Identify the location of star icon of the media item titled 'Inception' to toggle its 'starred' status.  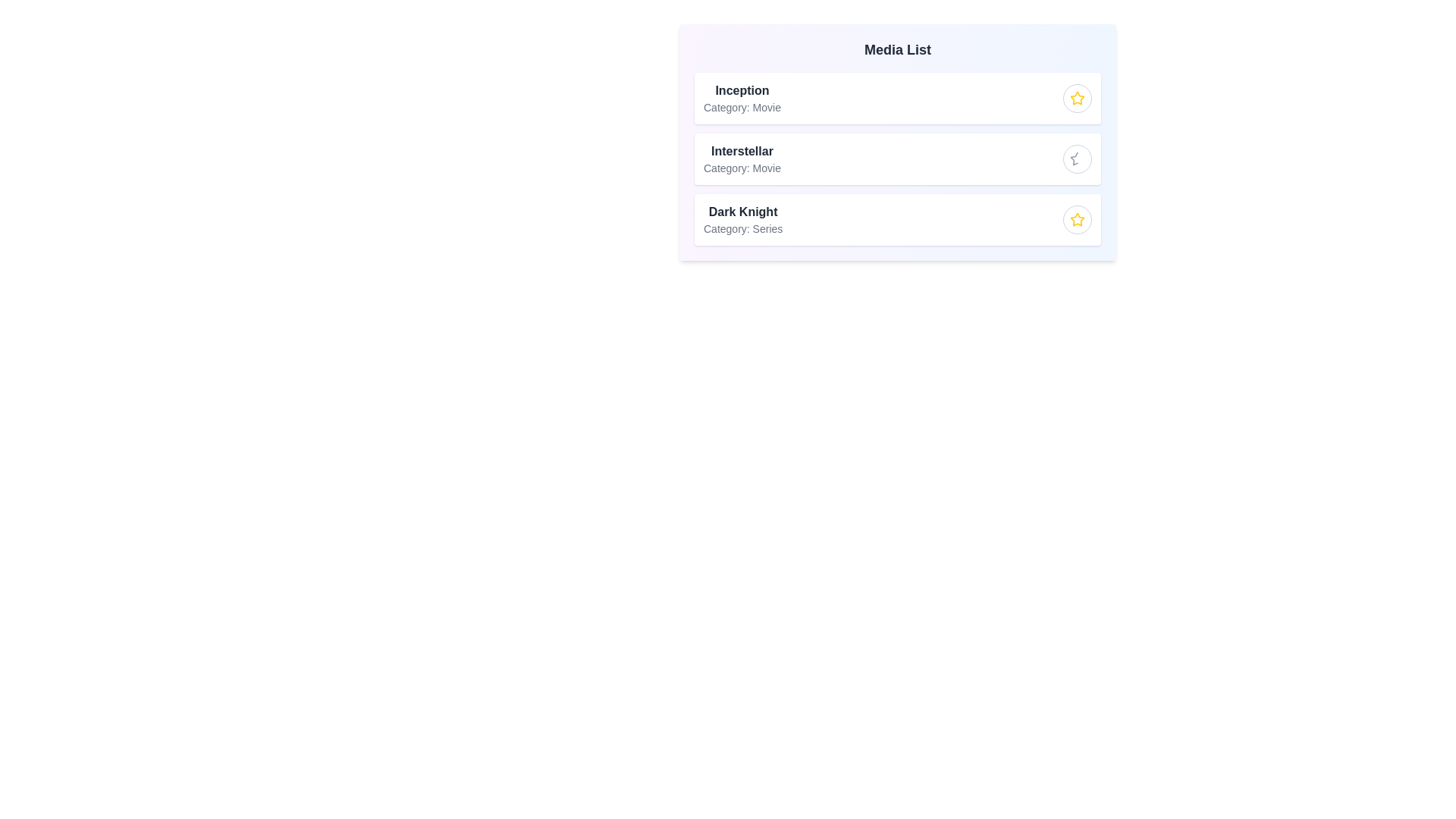
(1076, 99).